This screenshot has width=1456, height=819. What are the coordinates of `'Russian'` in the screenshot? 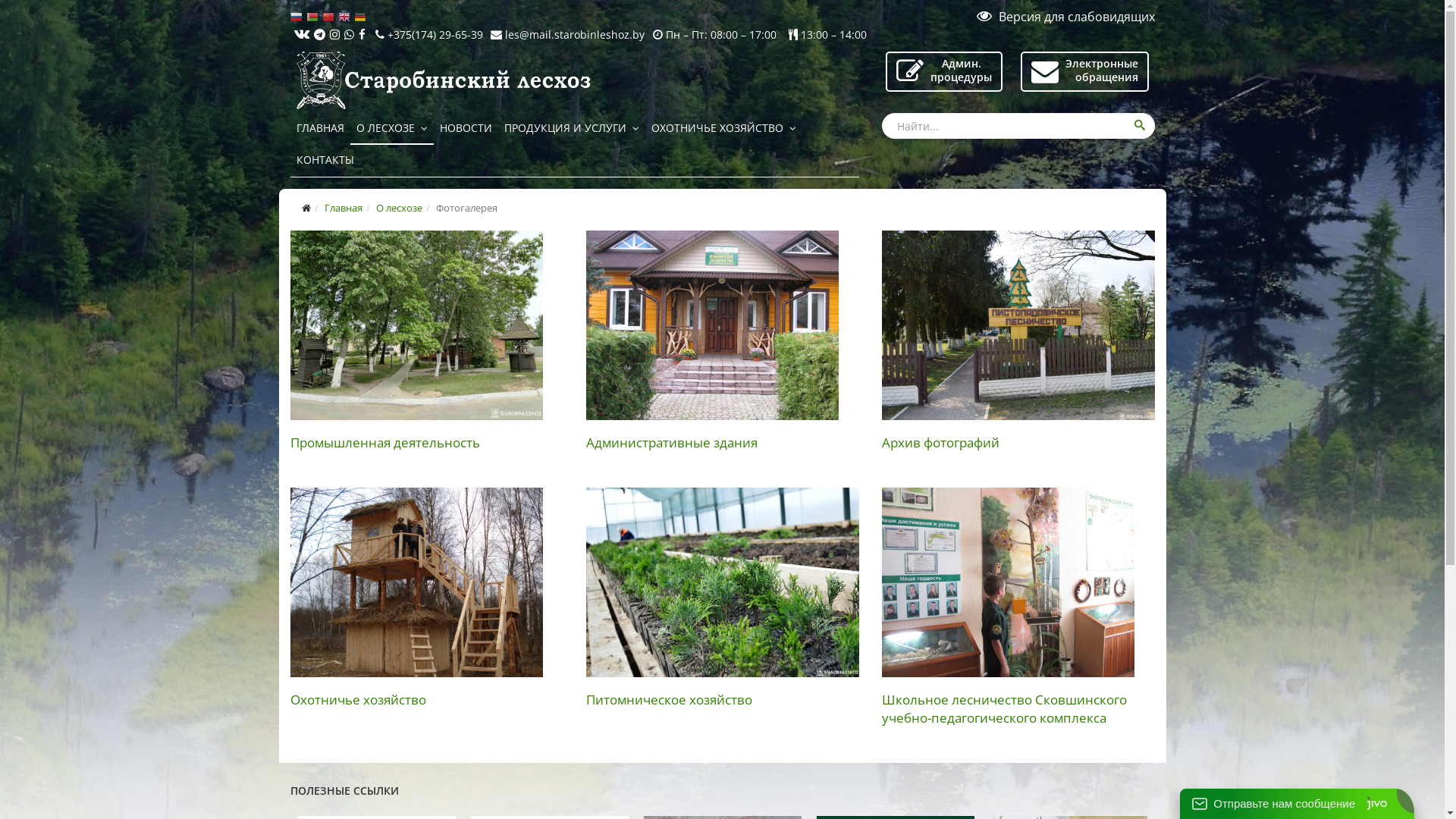 It's located at (297, 16).